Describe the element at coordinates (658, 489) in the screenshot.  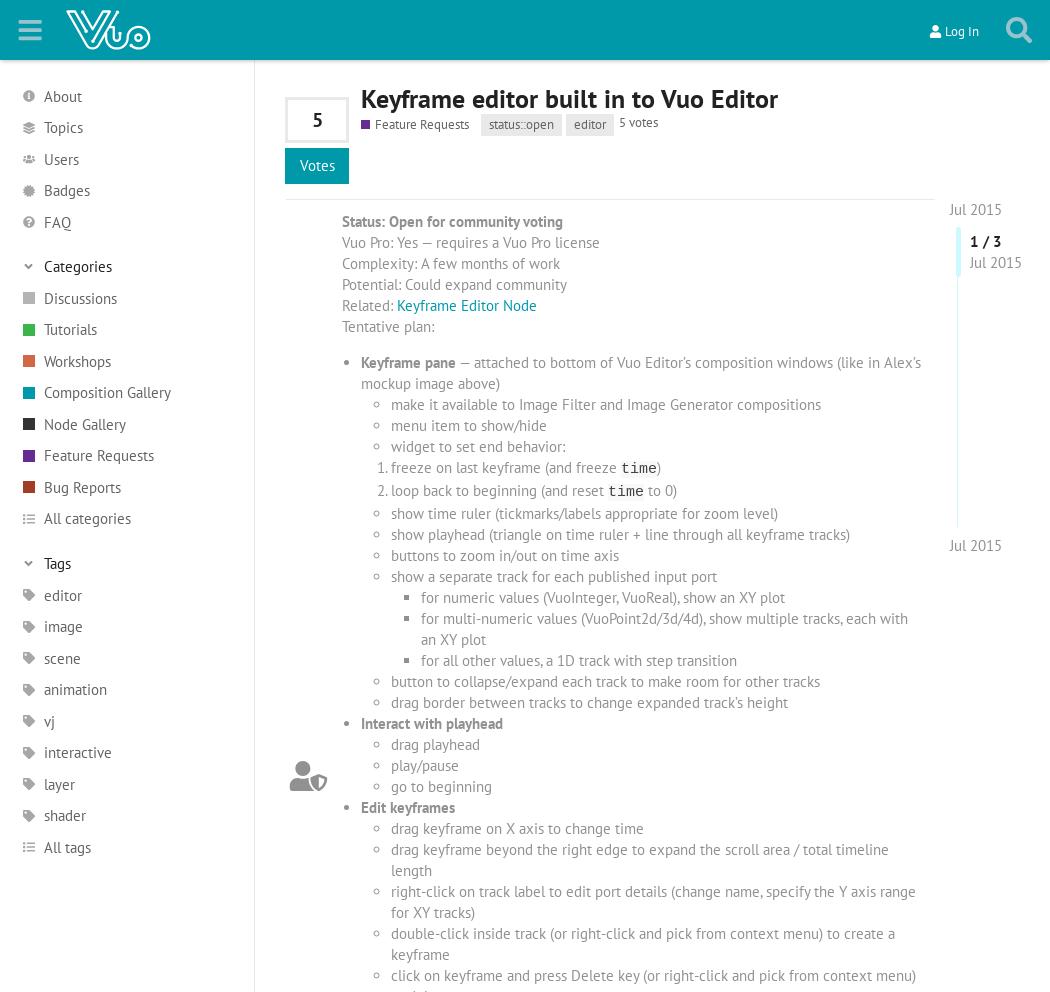
I see `'to 0)'` at that location.